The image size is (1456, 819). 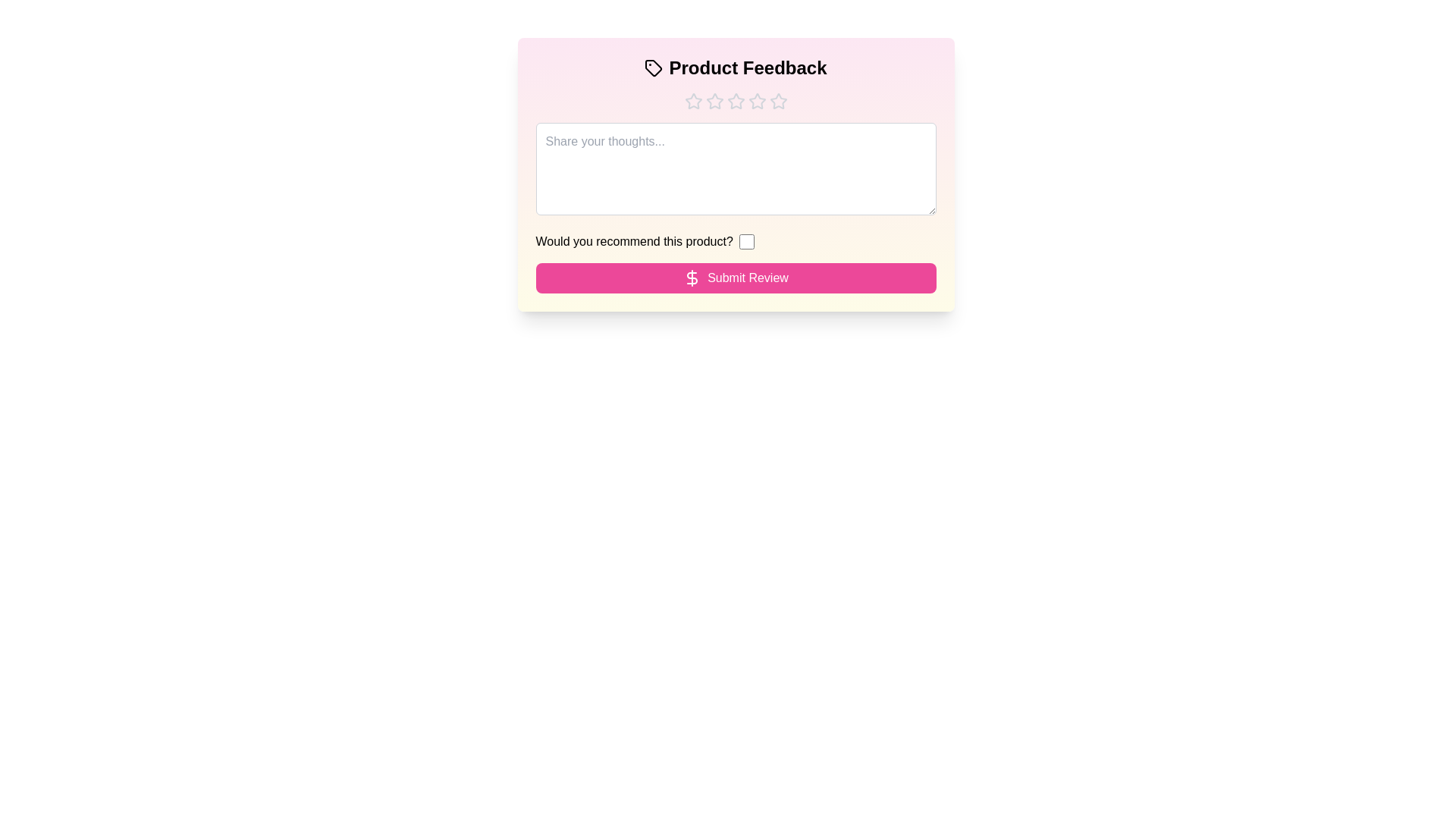 I want to click on the 'Submit Review' button, so click(x=736, y=278).